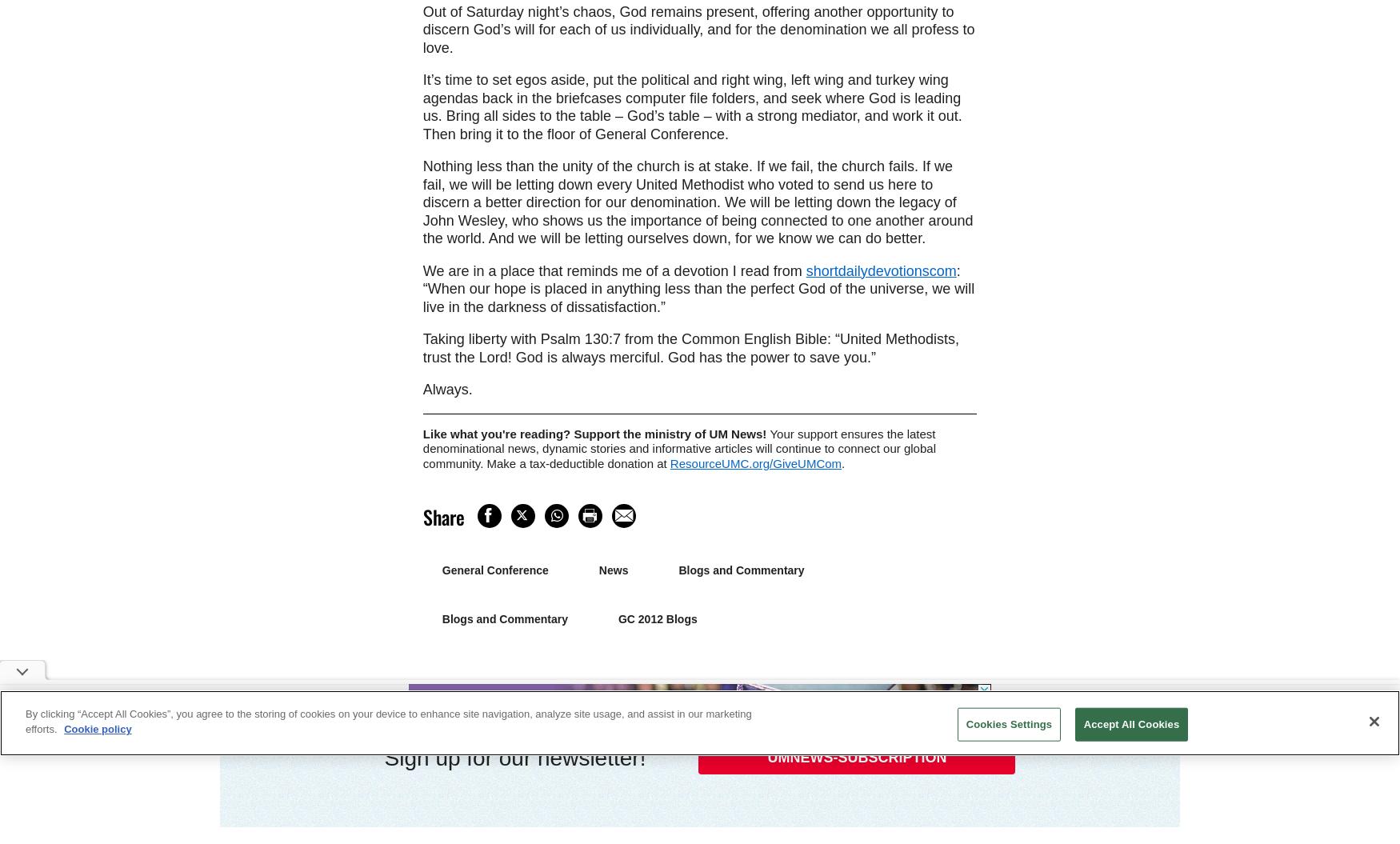 This screenshot has width=1400, height=844. I want to click on ': “When our hope is placed in anything less than the perfect God of the universe, we will live in the darkness of dissatisfaction.”', so click(698, 288).